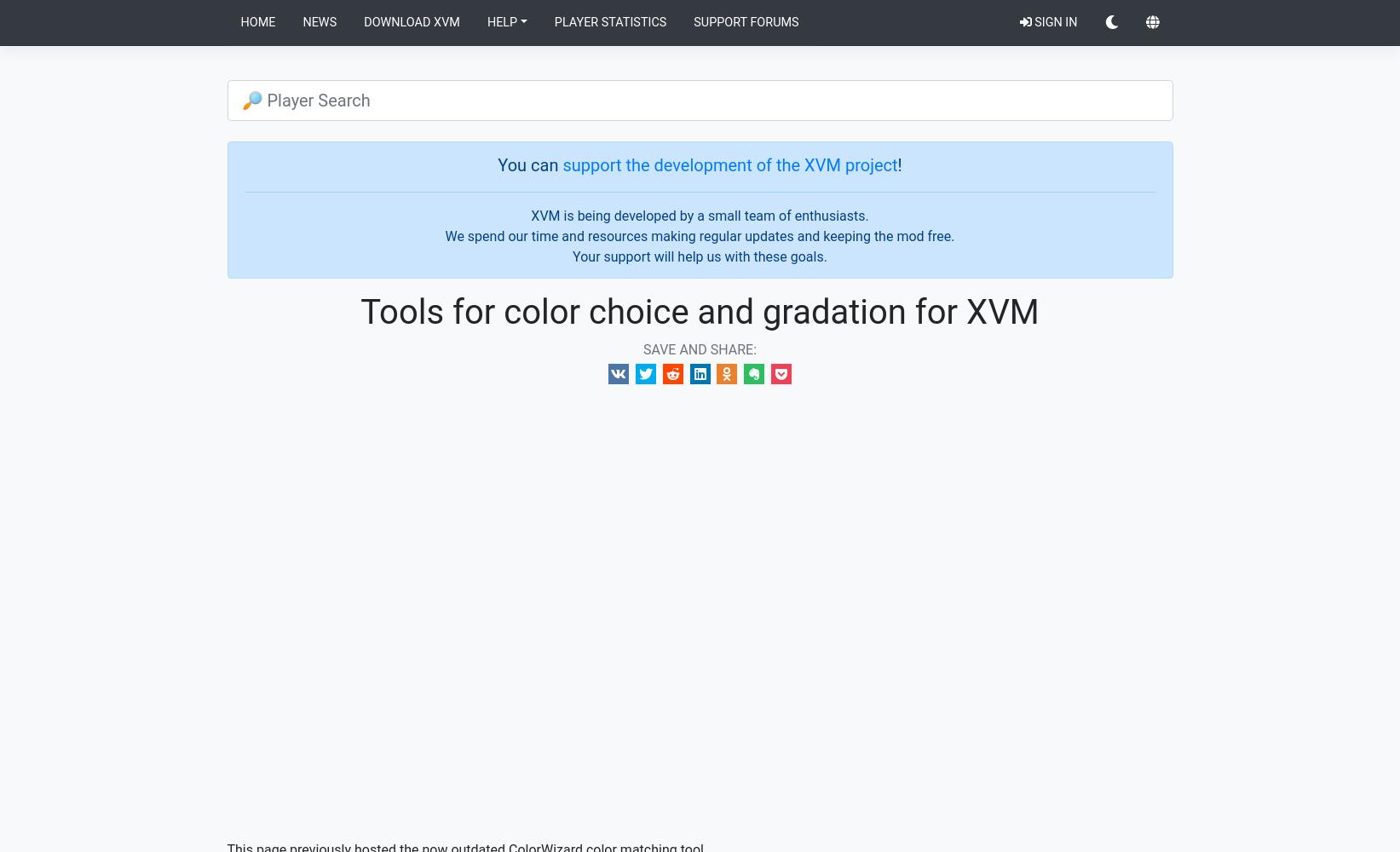 Image resolution: width=1400 pixels, height=852 pixels. Describe the element at coordinates (700, 235) in the screenshot. I see `'We spend our time and resources making regular updates and keeping the mod free.'` at that location.